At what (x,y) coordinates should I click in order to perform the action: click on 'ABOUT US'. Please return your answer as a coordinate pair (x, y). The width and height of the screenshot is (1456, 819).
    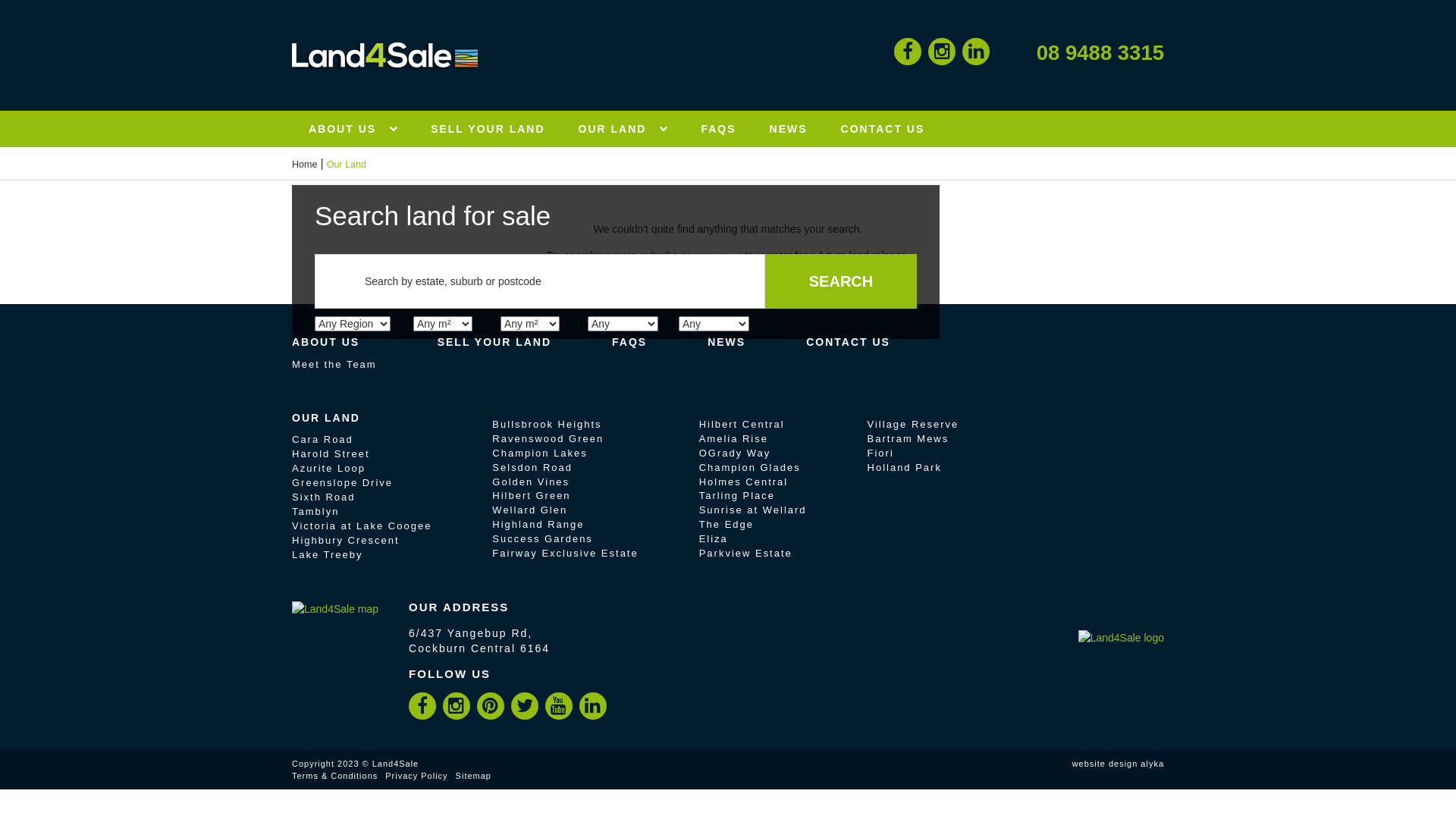
    Looking at the image, I should click on (352, 127).